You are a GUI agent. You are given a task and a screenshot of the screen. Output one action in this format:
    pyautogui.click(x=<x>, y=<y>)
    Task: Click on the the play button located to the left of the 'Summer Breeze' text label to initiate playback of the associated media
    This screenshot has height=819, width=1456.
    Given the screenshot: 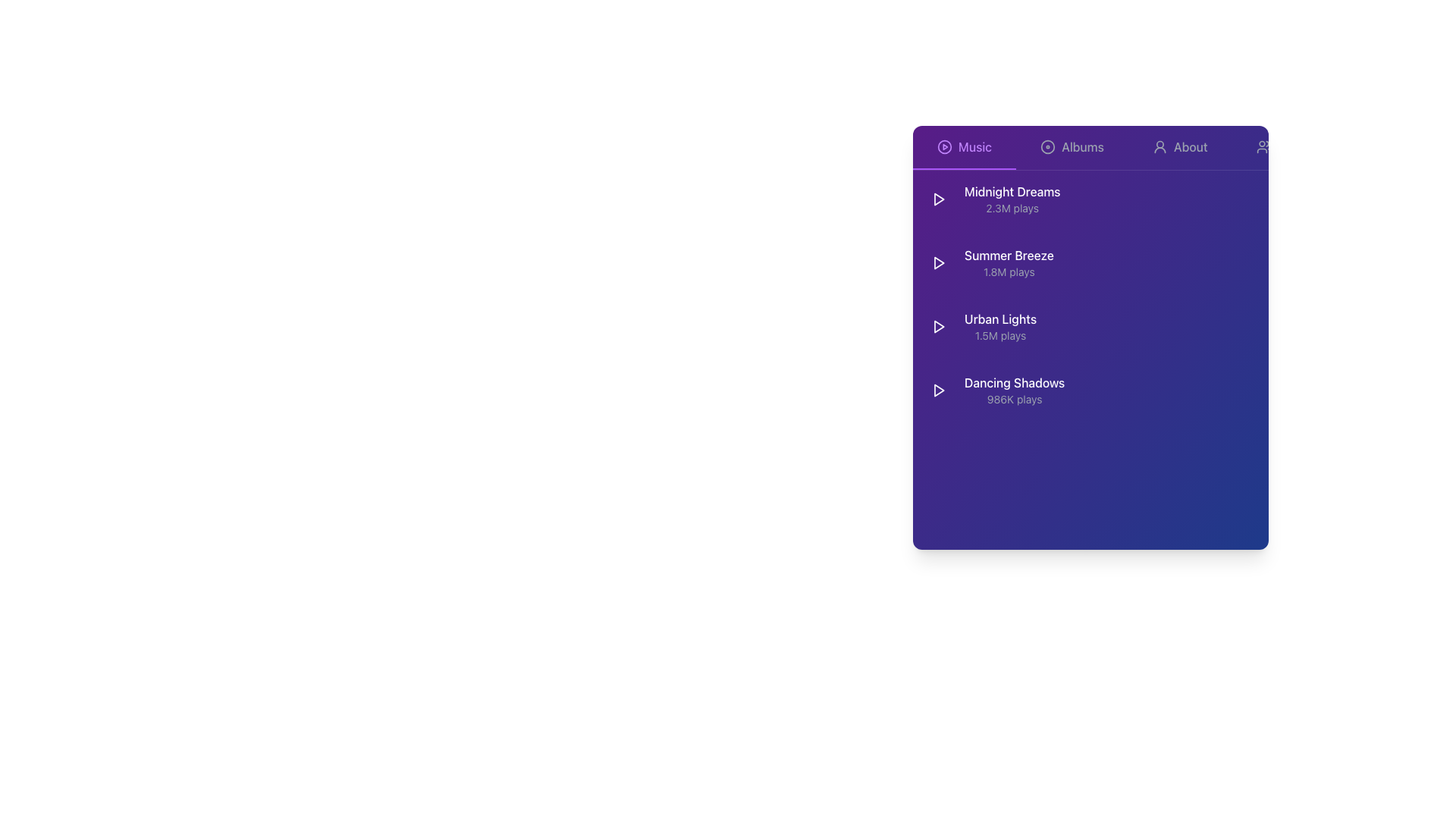 What is the action you would take?
    pyautogui.click(x=938, y=262)
    